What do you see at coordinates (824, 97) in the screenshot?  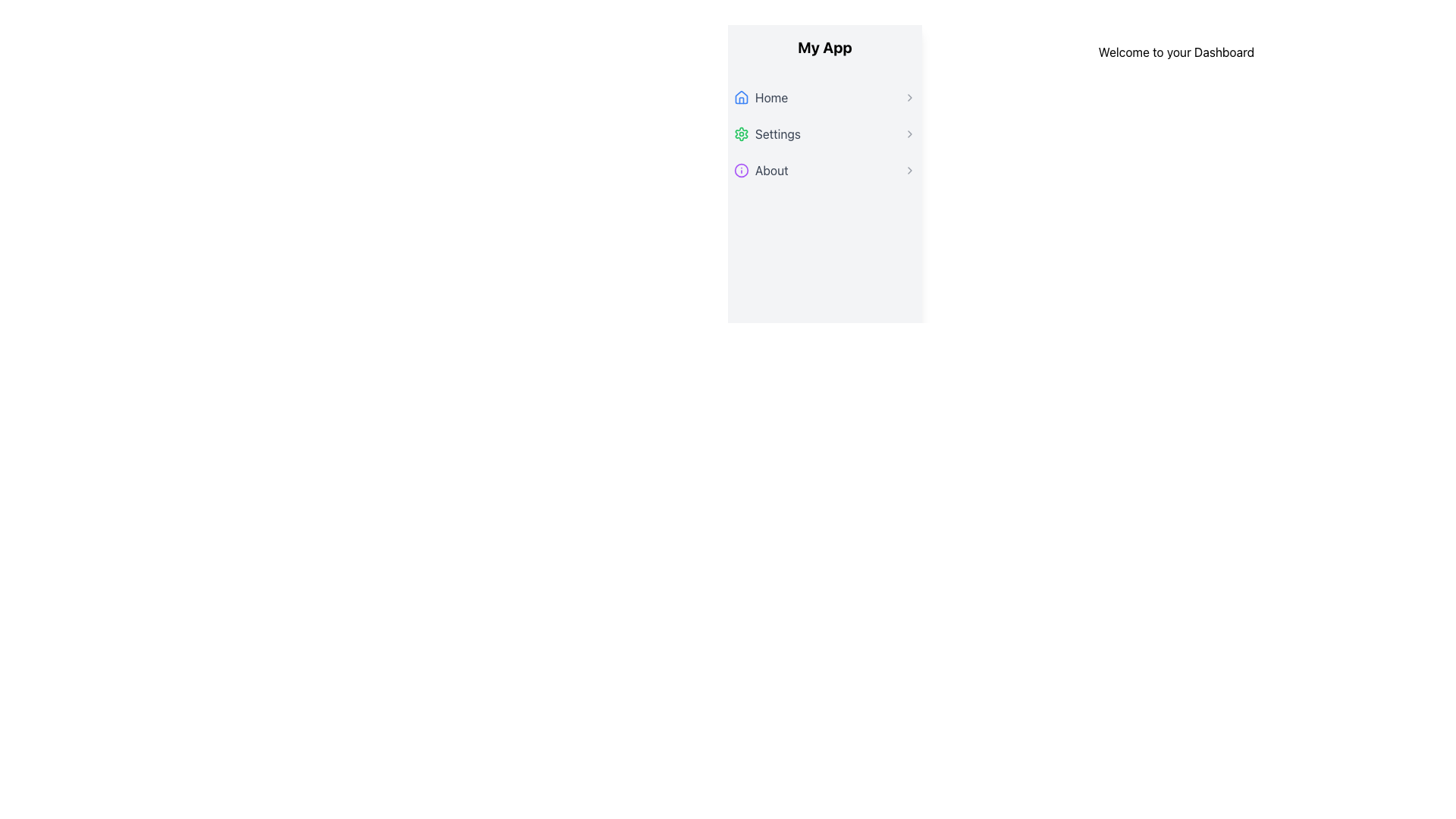 I see `the Navigation link that directs users to the Home section of the application, which is the first item in the vertical navigation menu` at bounding box center [824, 97].